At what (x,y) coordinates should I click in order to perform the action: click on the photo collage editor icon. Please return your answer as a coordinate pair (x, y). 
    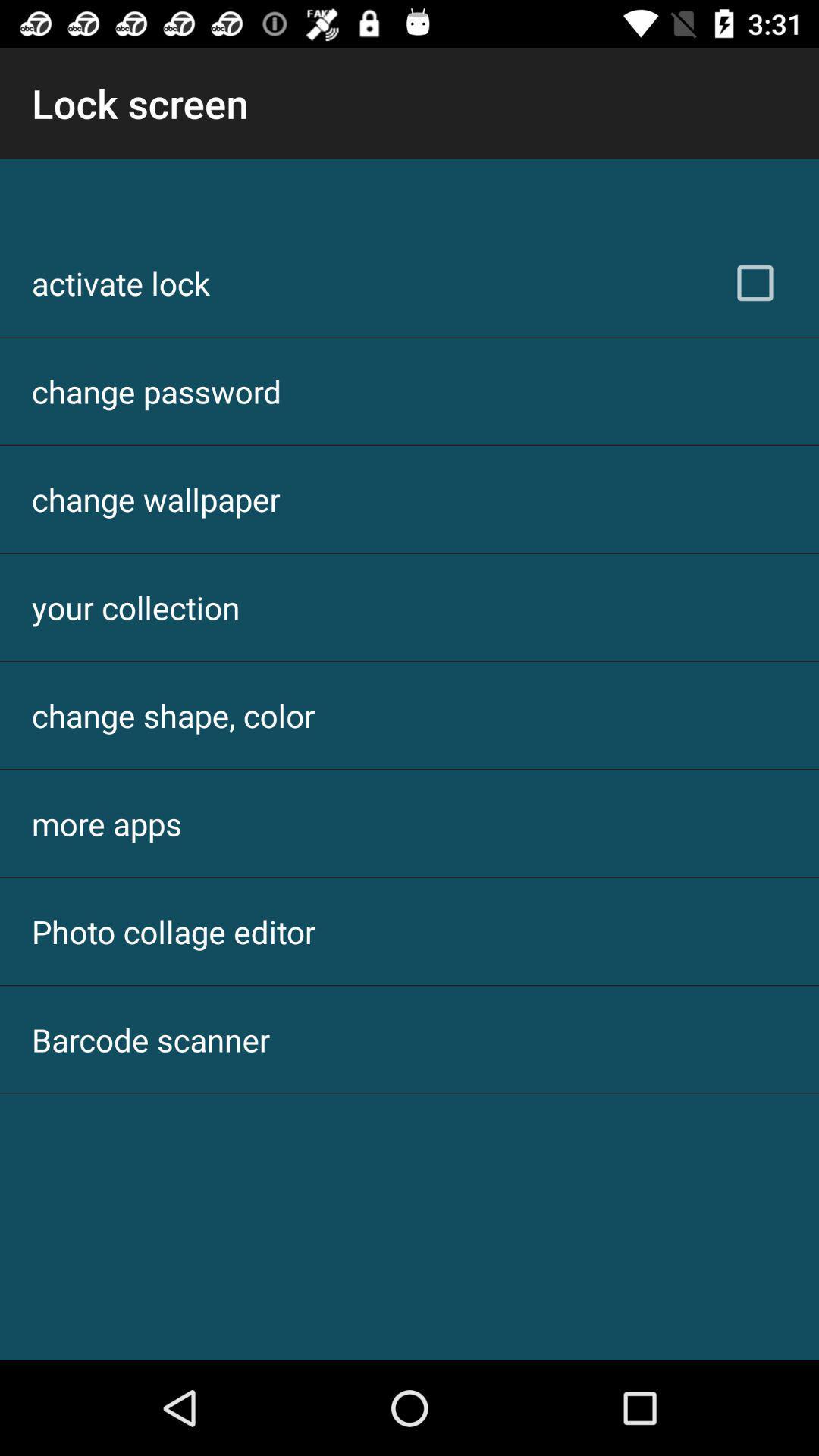
    Looking at the image, I should click on (173, 930).